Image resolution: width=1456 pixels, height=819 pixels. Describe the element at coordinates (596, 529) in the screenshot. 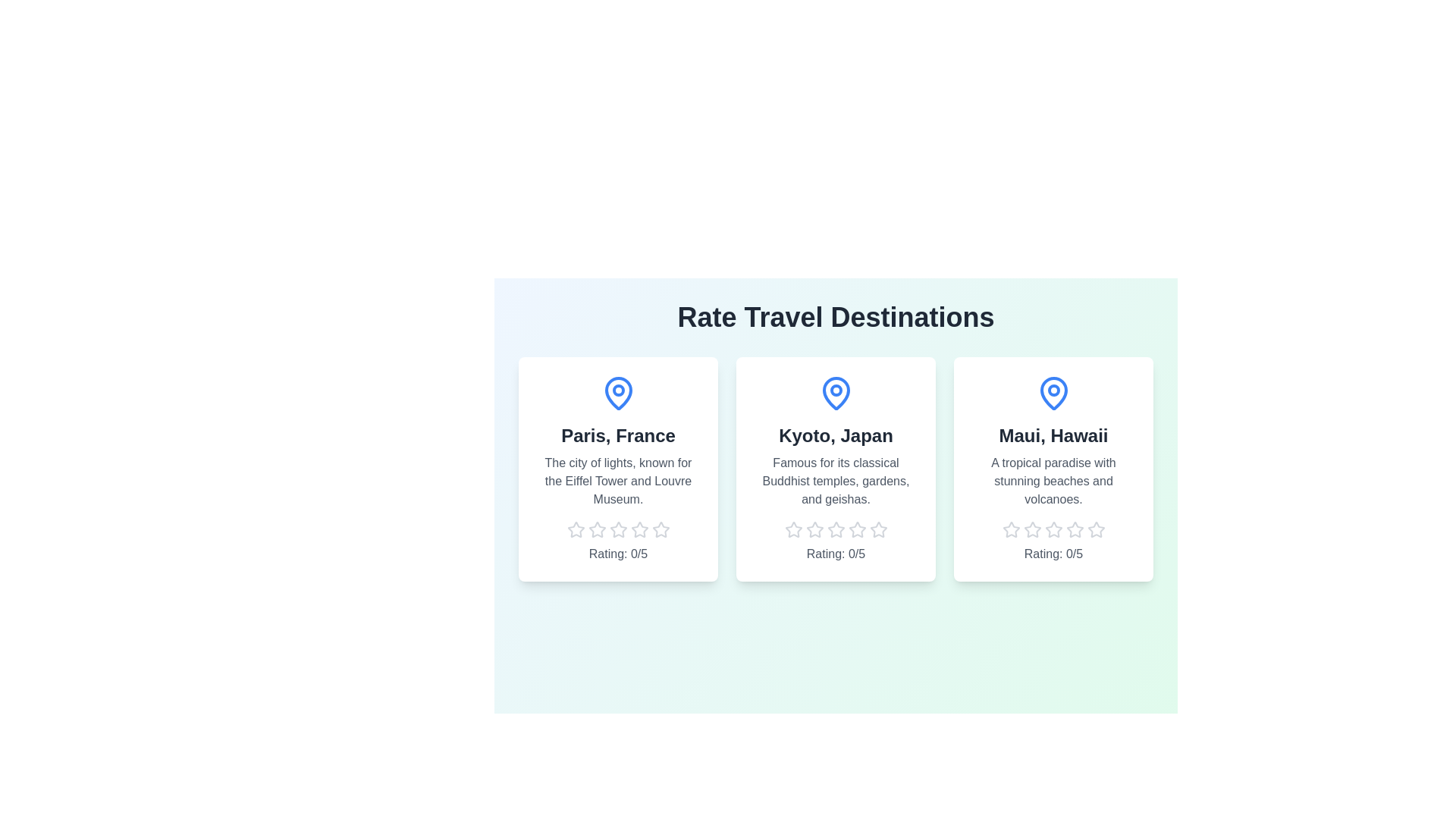

I see `the star corresponding to 2 to observe the hover effect` at that location.